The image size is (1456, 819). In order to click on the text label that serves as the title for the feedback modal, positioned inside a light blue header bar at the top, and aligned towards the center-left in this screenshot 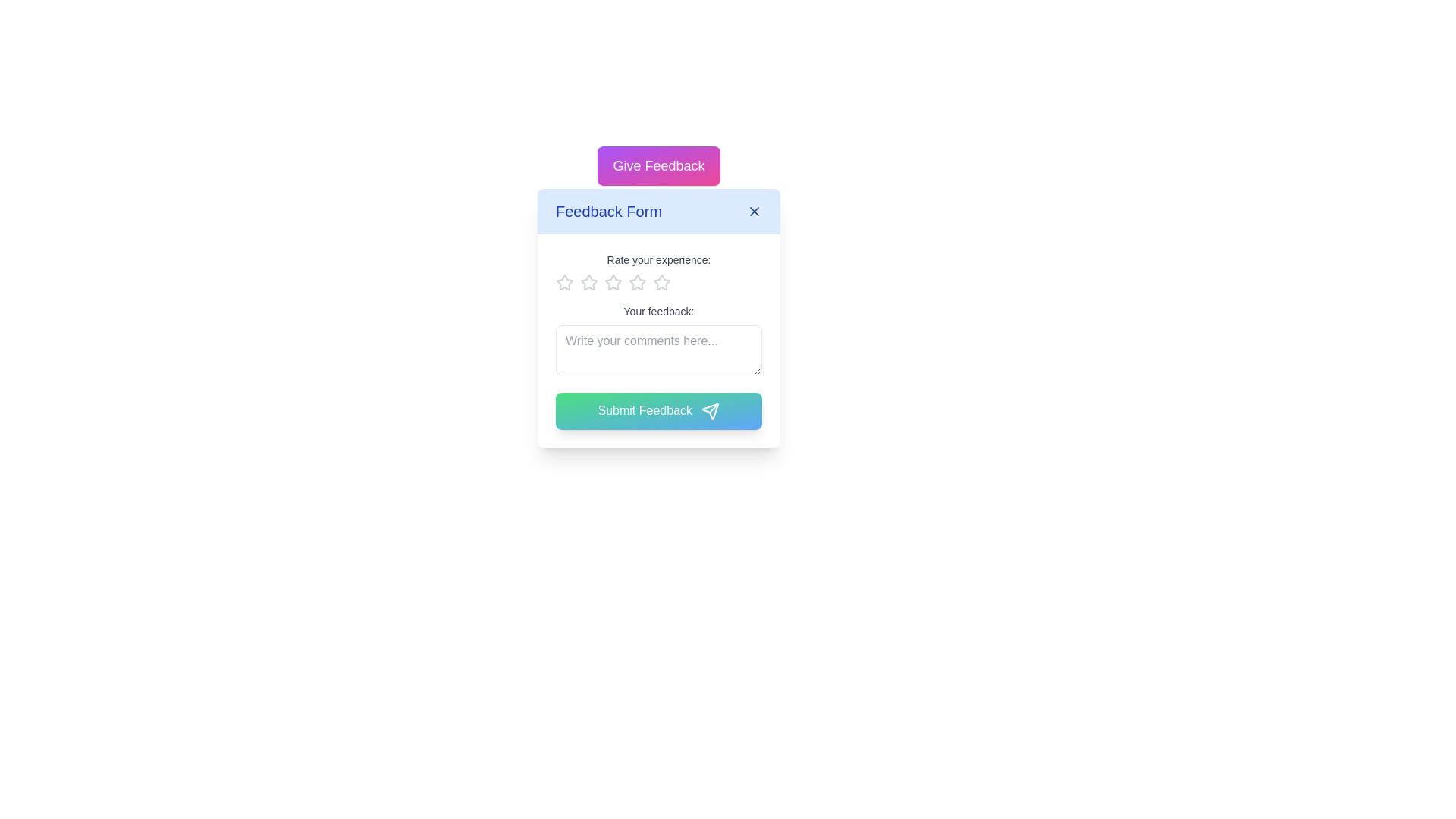, I will do `click(608, 211)`.